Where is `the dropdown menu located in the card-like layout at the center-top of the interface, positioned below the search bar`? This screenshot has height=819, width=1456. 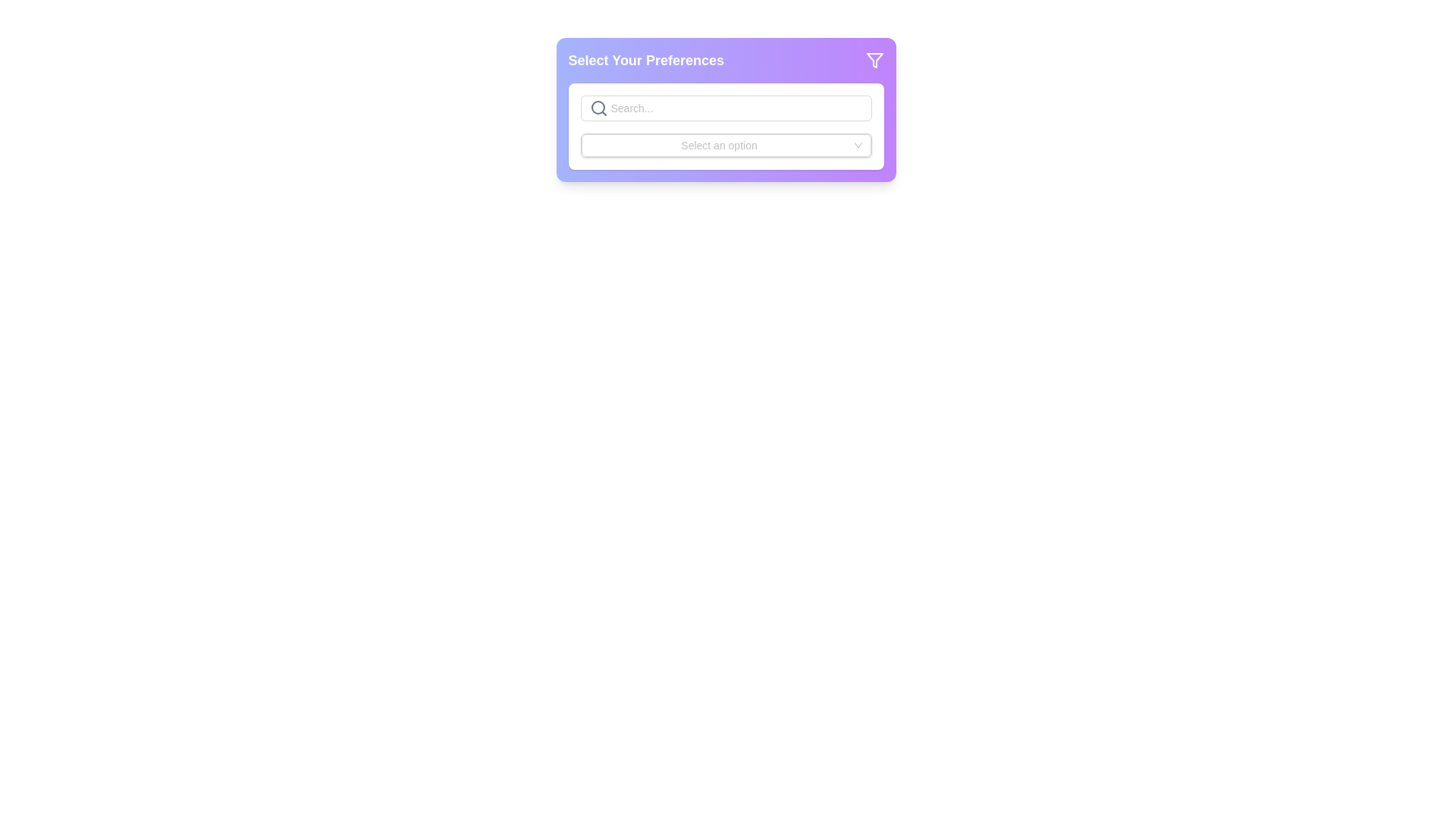 the dropdown menu located in the card-like layout at the center-top of the interface, positioned below the search bar is located at coordinates (725, 146).